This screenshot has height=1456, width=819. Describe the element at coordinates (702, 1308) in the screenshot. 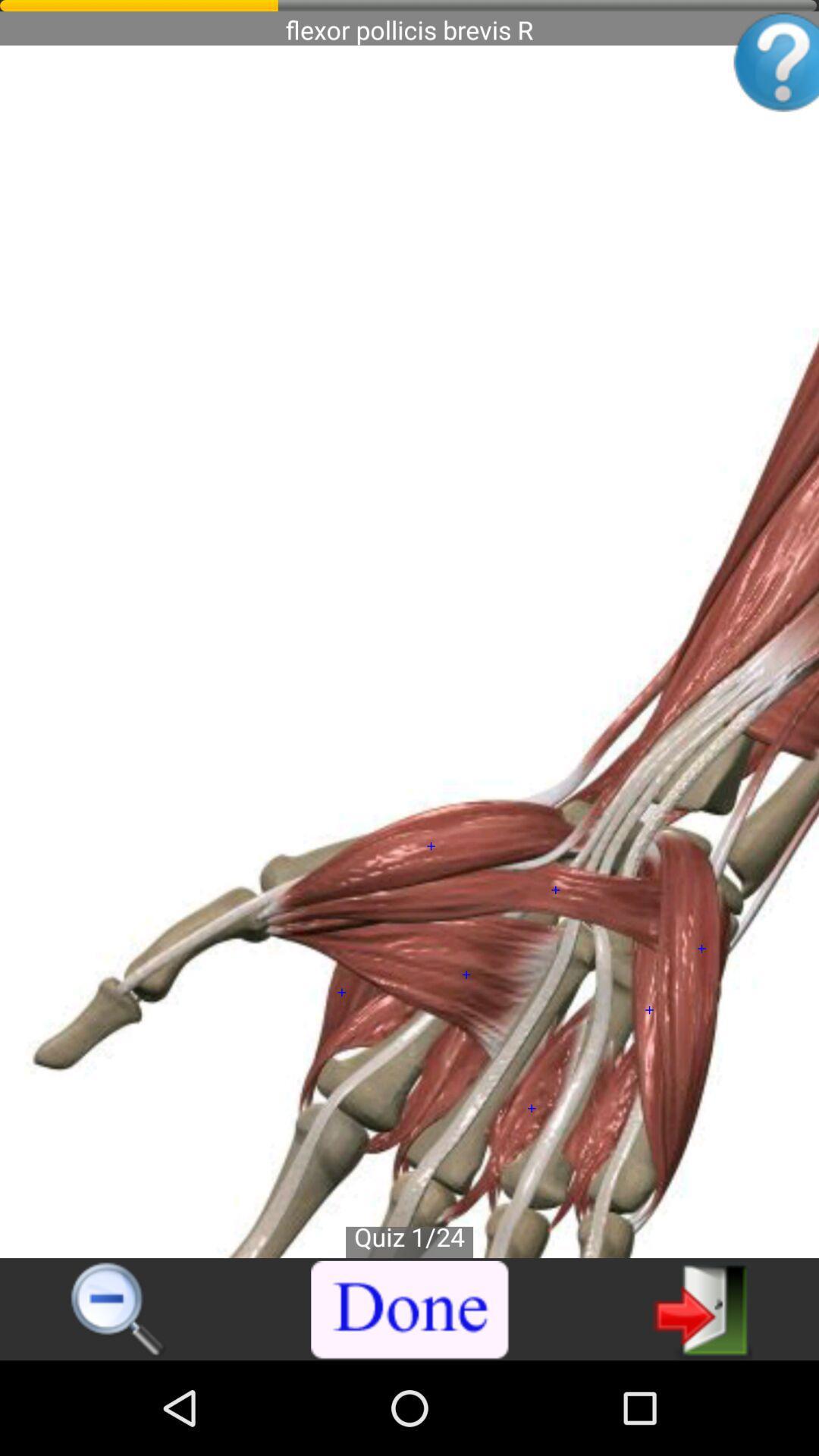

I see `exit app` at that location.